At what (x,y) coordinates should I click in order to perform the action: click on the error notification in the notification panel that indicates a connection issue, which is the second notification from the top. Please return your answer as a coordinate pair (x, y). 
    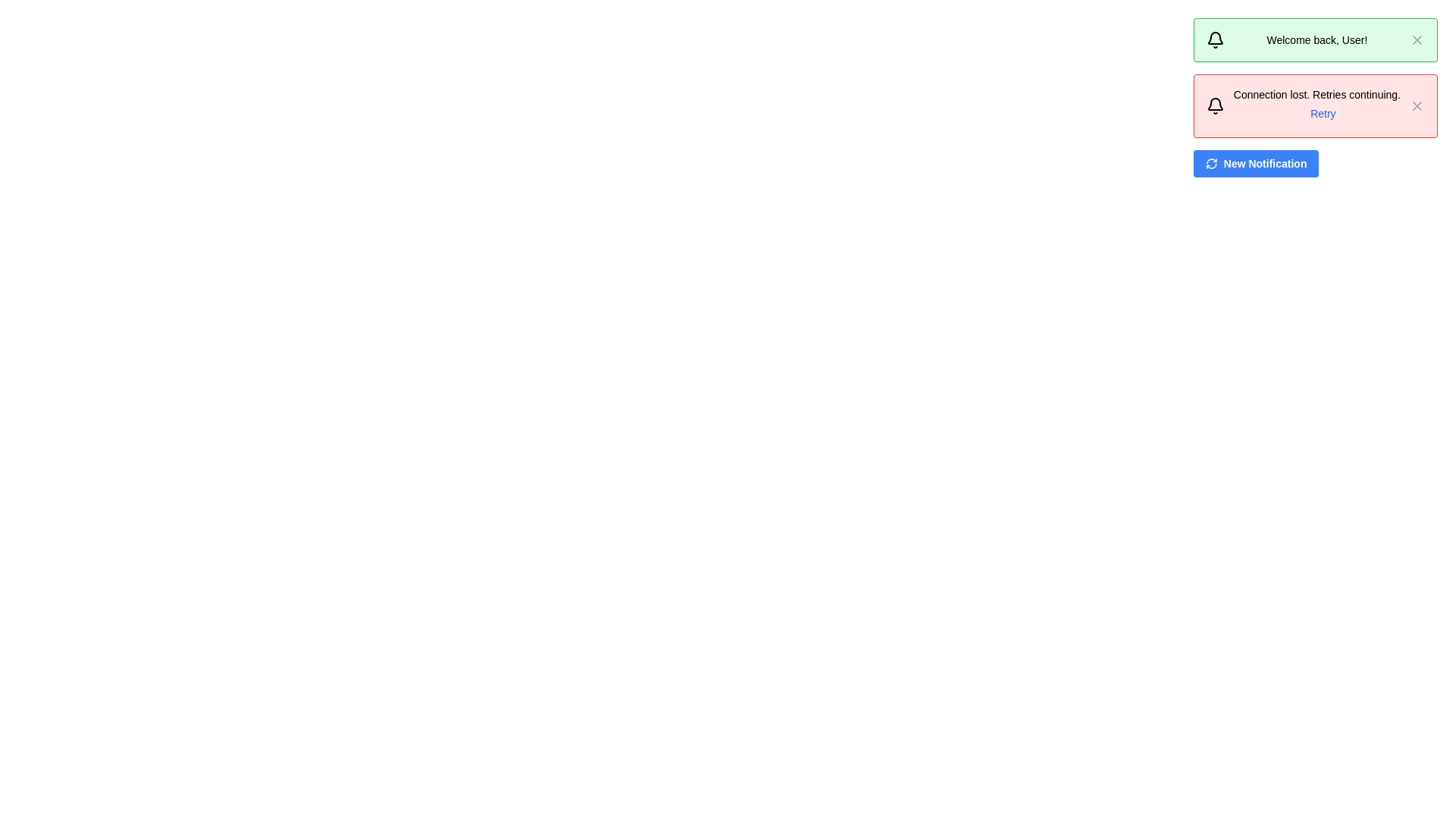
    Looking at the image, I should click on (1314, 97).